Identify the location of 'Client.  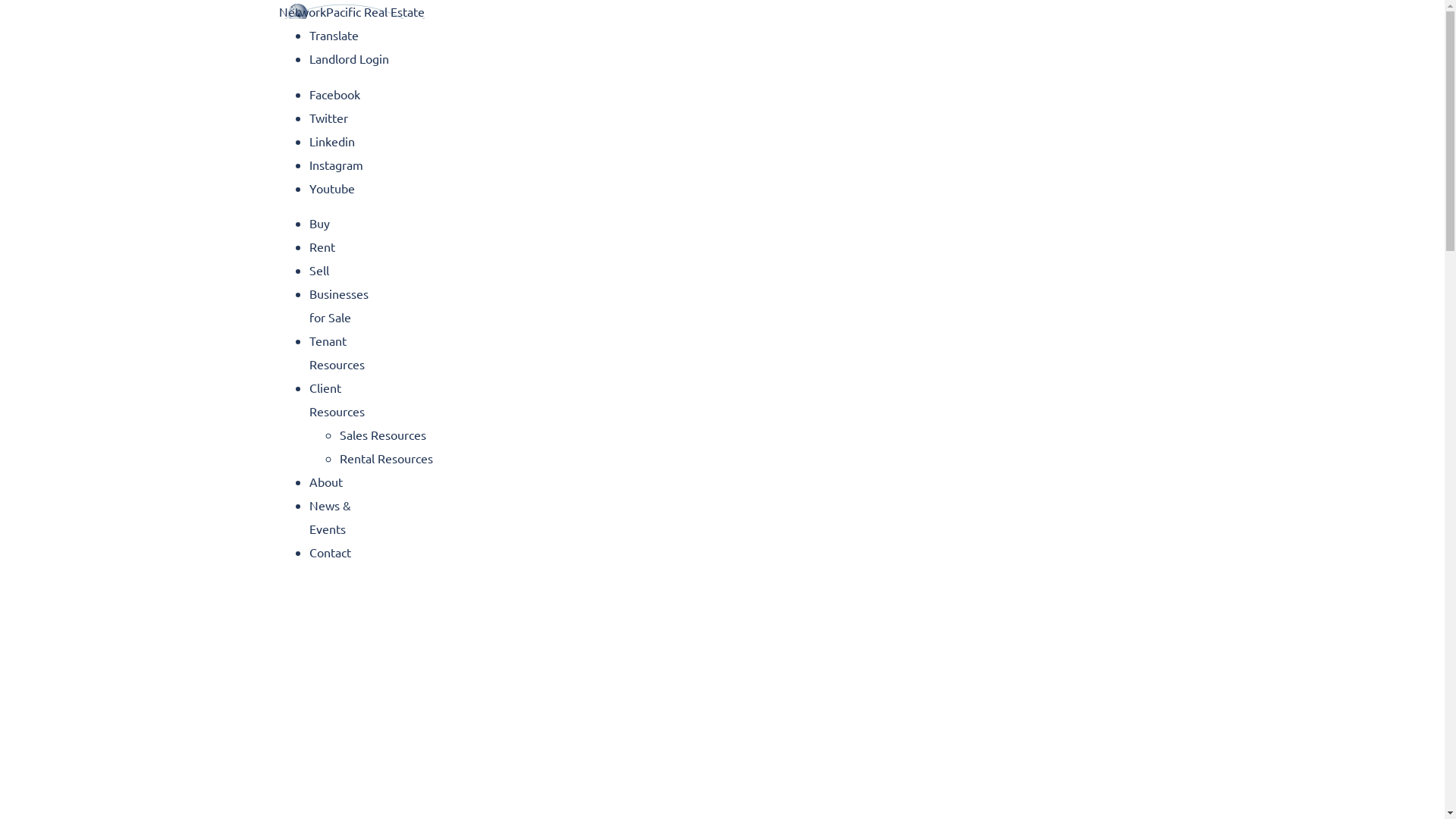
(336, 398).